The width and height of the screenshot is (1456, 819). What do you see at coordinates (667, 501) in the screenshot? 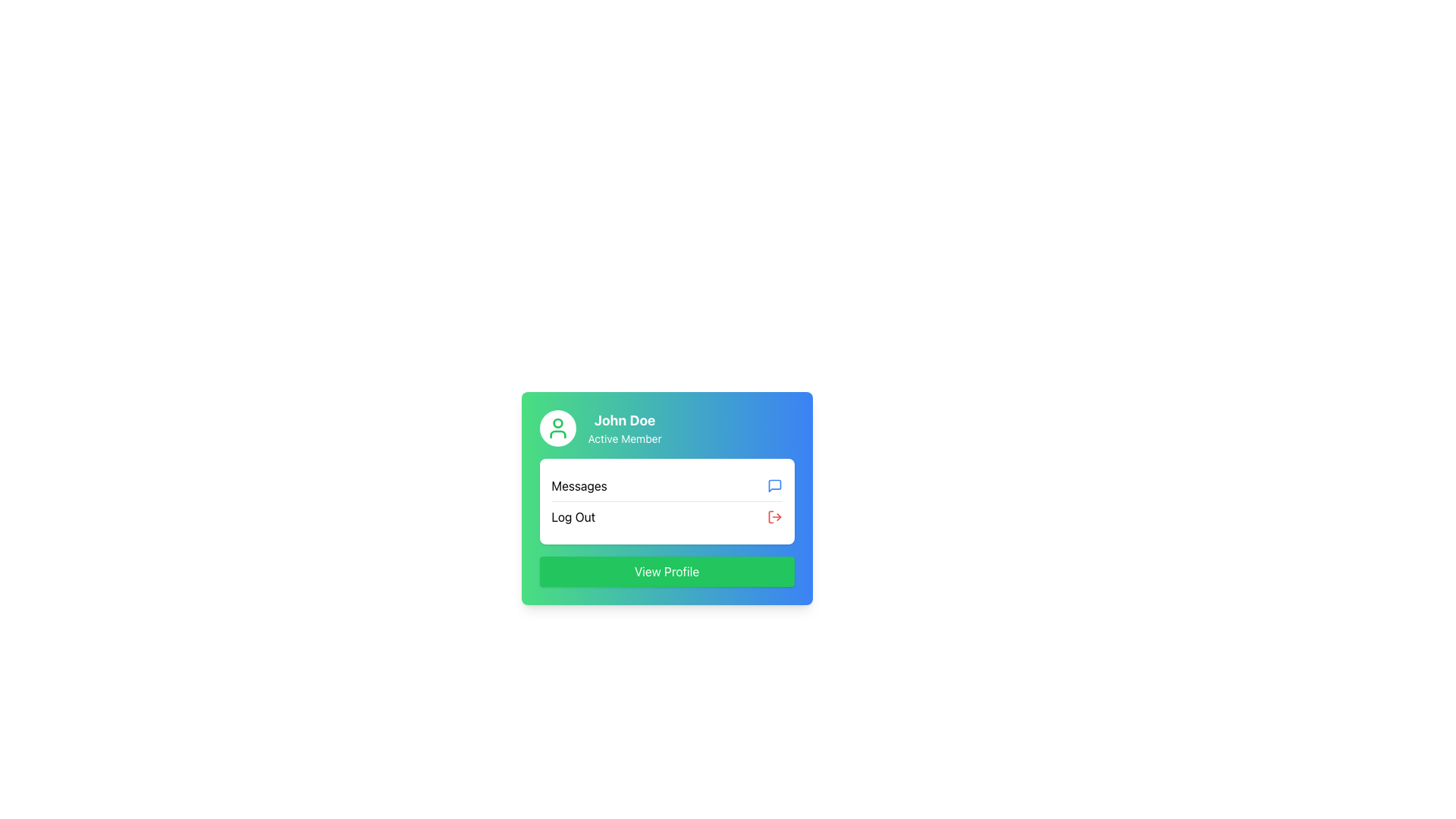
I see `the 'Messages' option in the menu with a white background containing actionable options` at bounding box center [667, 501].